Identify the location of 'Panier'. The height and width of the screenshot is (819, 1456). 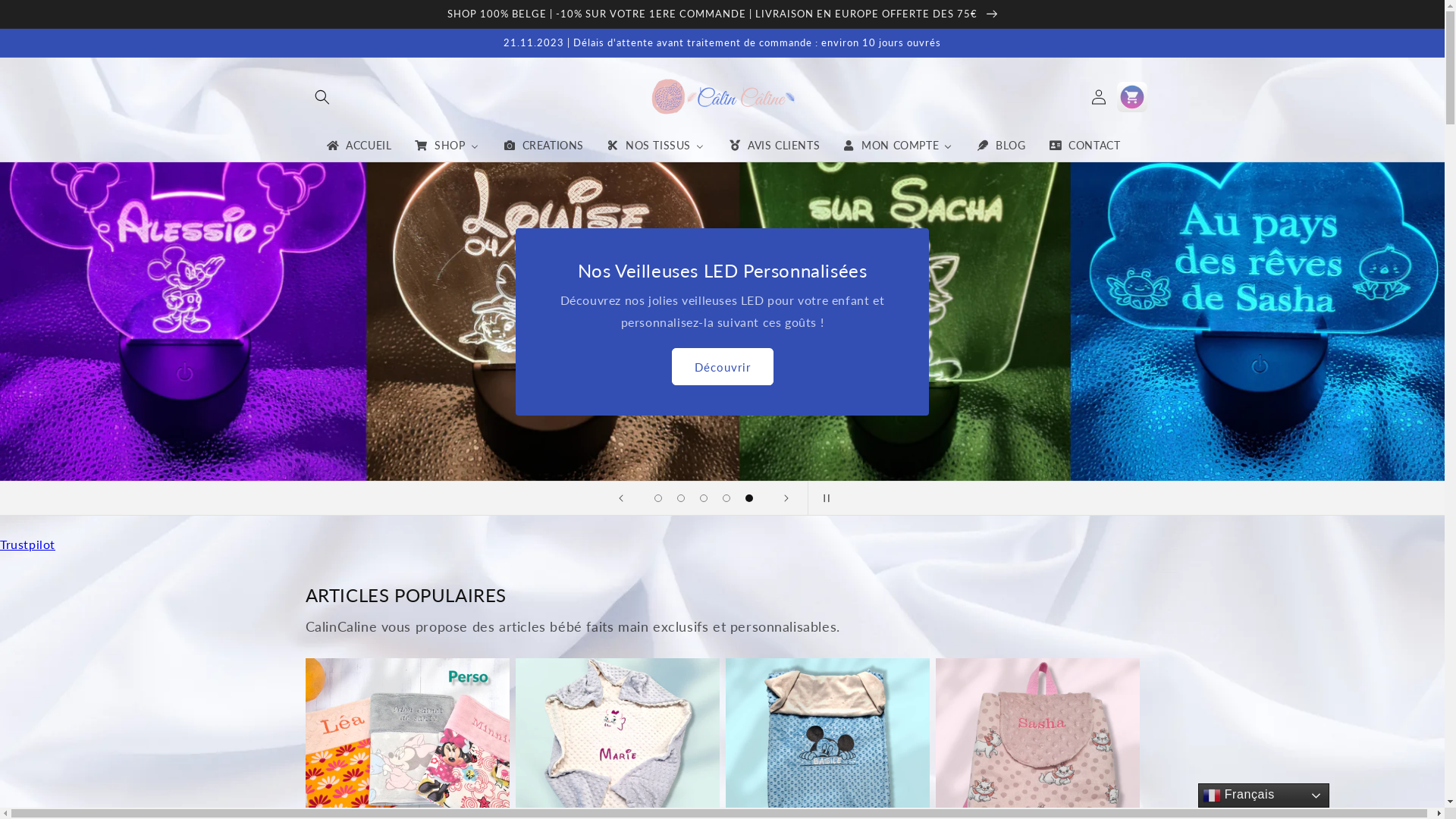
(1131, 96).